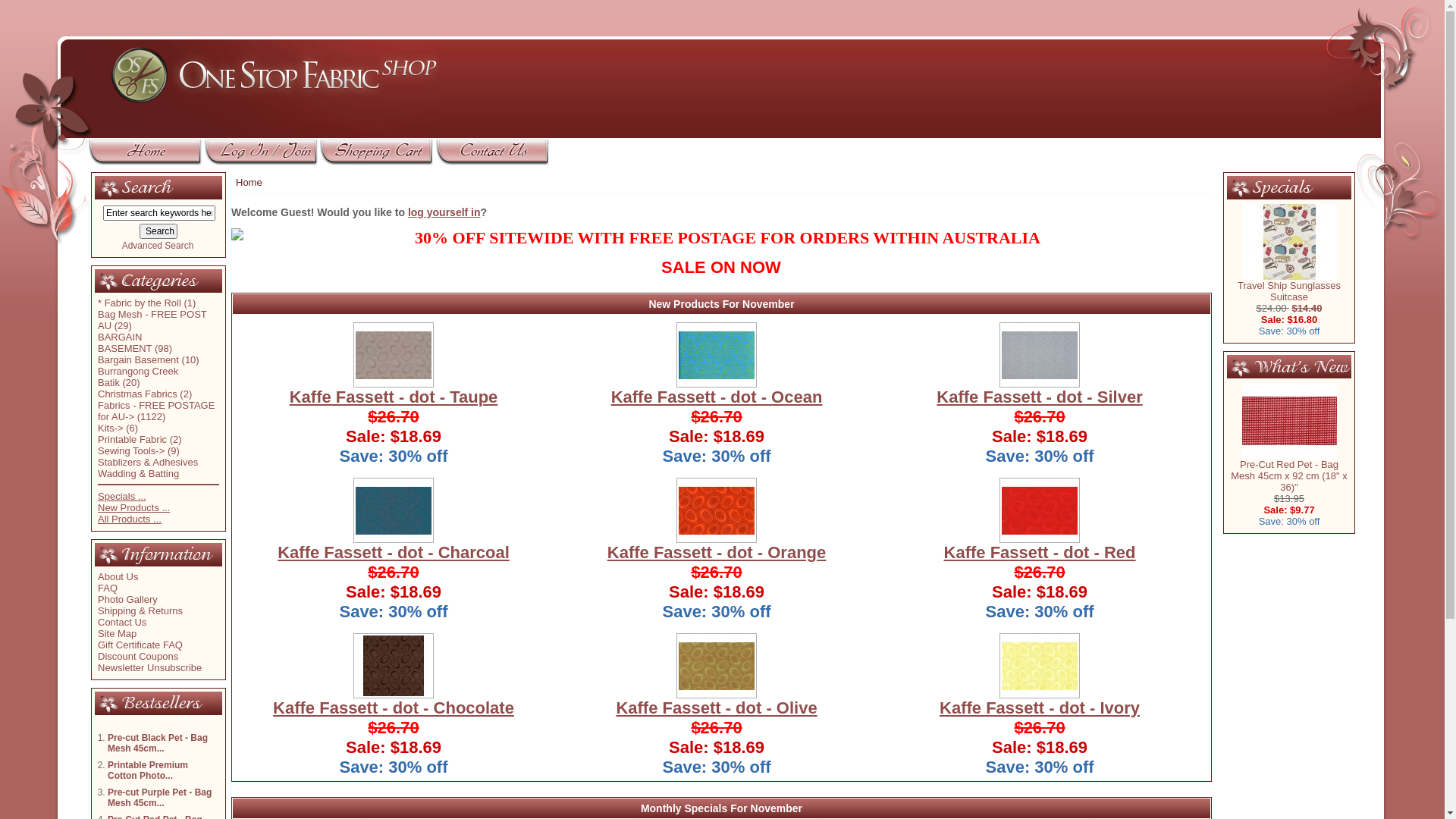 The height and width of the screenshot is (819, 1456). What do you see at coordinates (394, 396) in the screenshot?
I see `'Kaffe Fassett - dot - Taupe'` at bounding box center [394, 396].